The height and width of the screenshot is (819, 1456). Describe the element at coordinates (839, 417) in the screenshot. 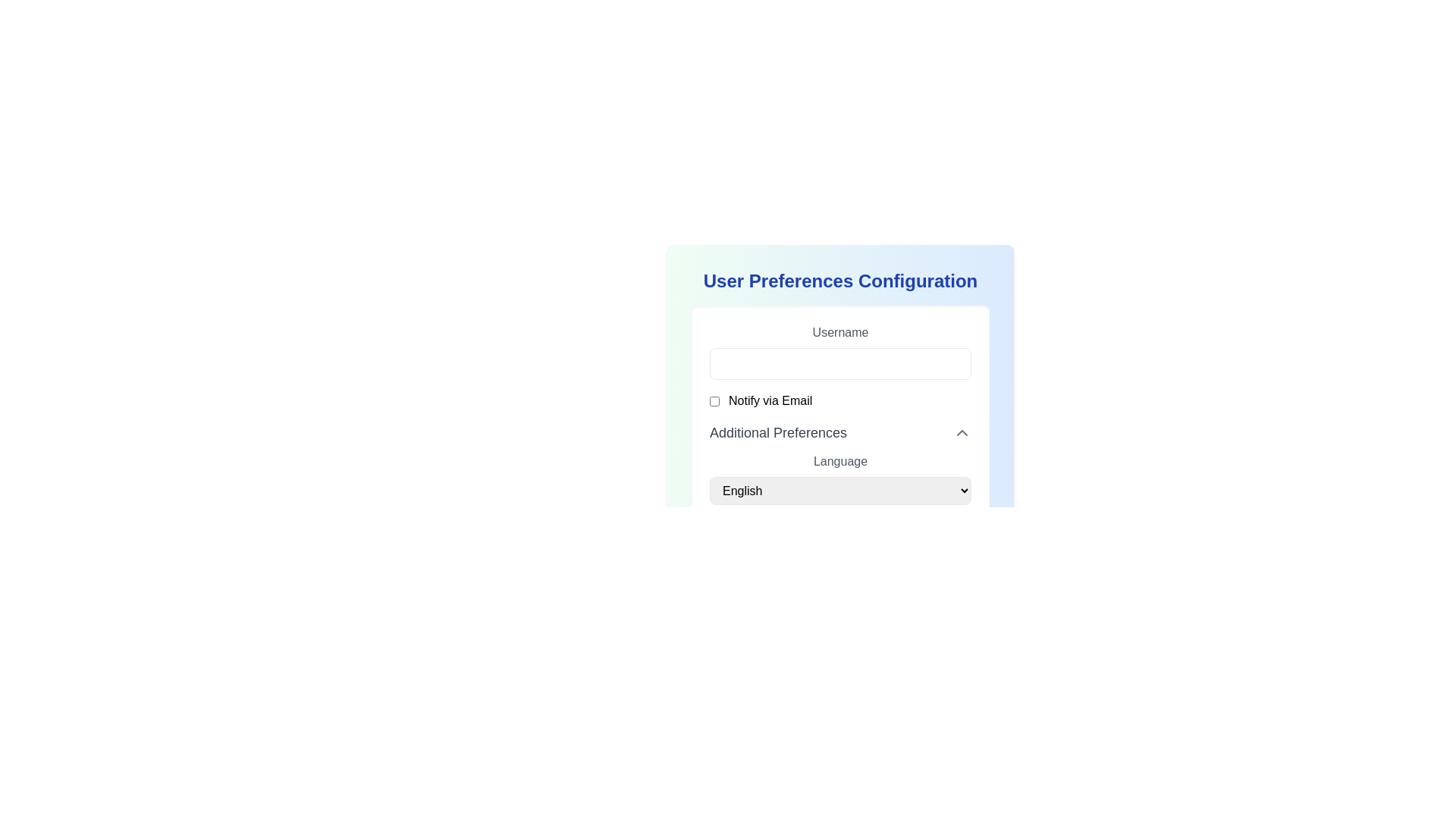

I see `the visual indicator located centrally under the 'Notify via Email' checkbox and before the 'Additional Preferences' dropdown` at that location.